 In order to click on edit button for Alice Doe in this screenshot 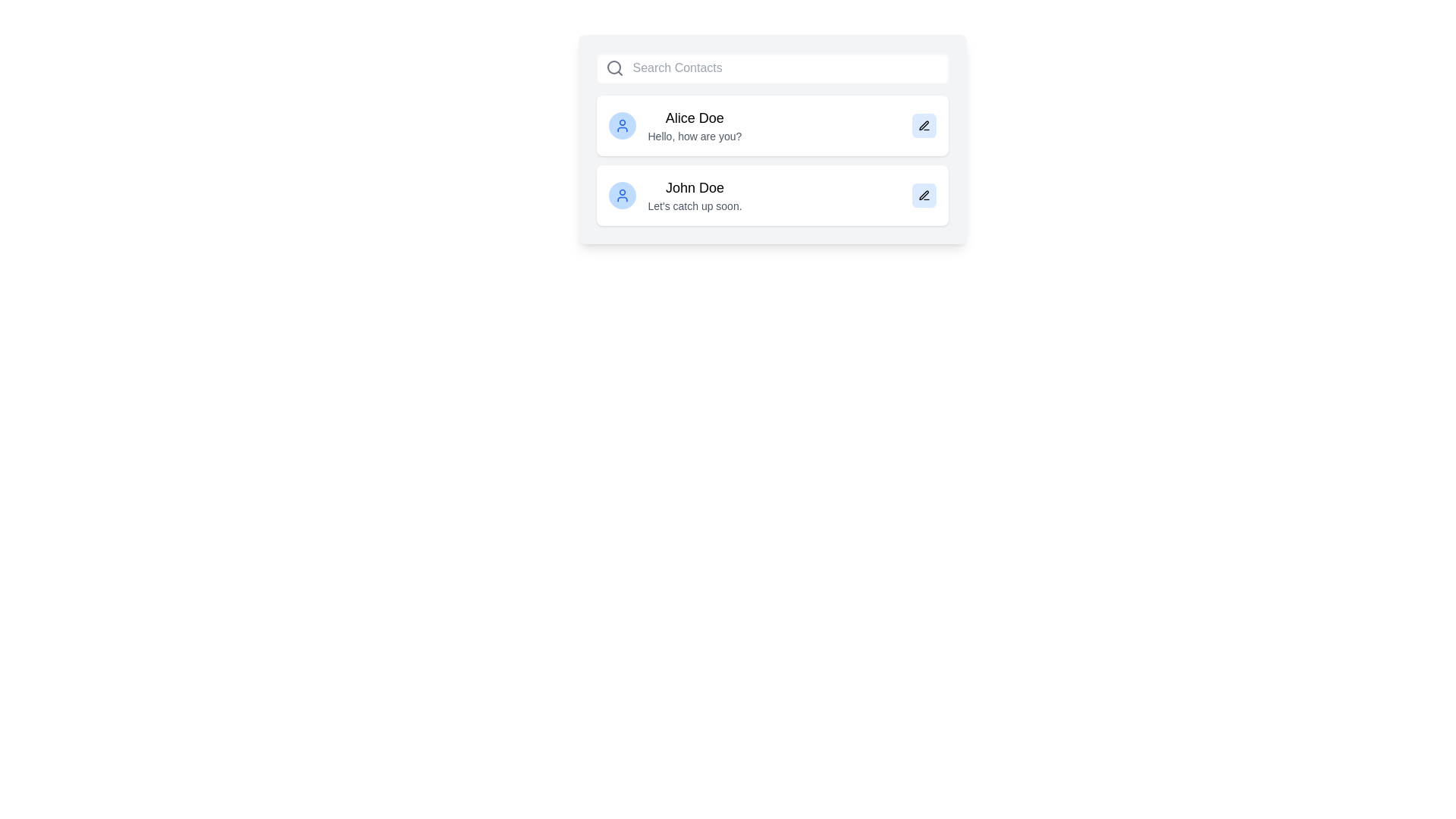, I will do `click(923, 124)`.